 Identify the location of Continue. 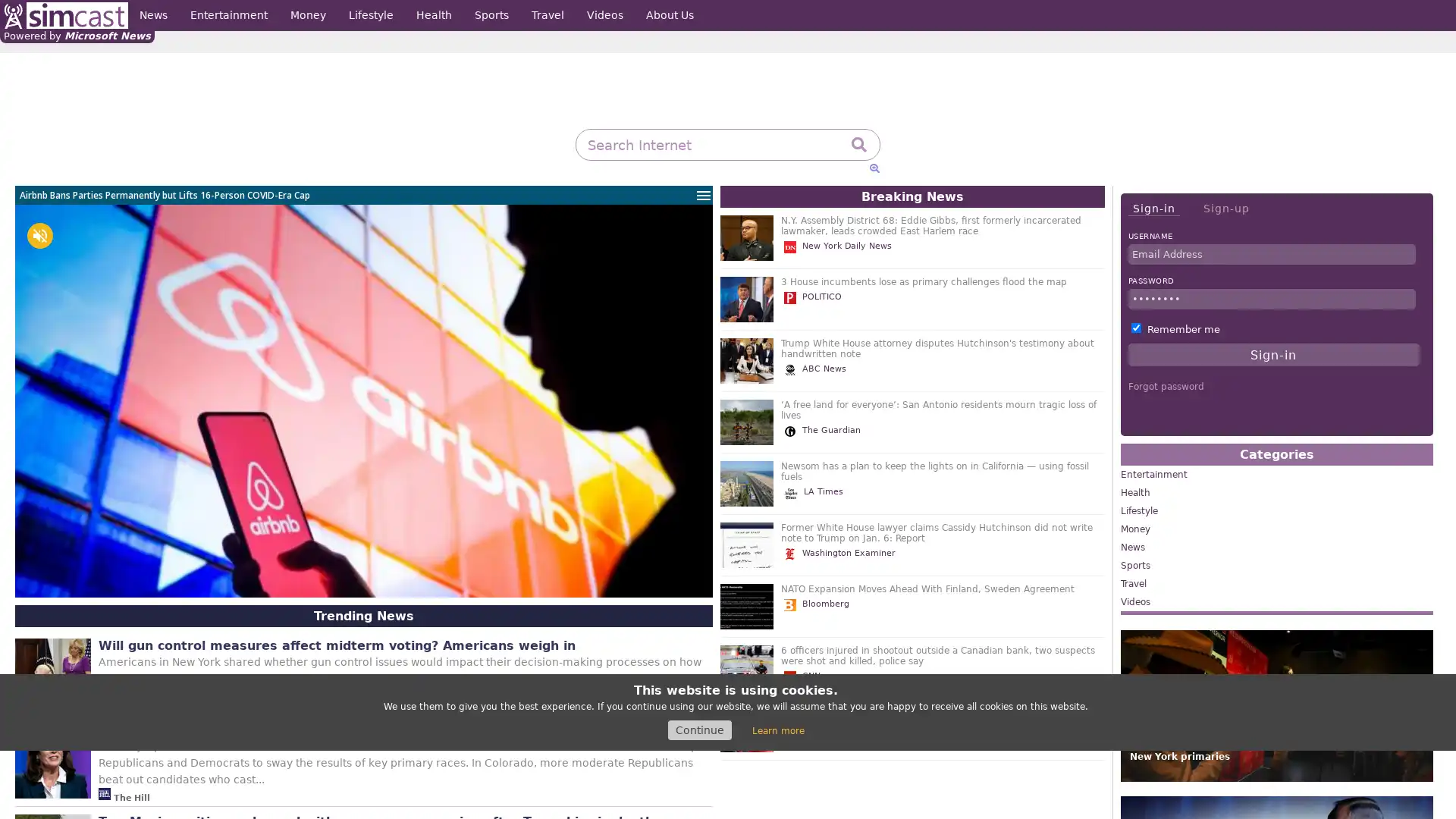
(698, 730).